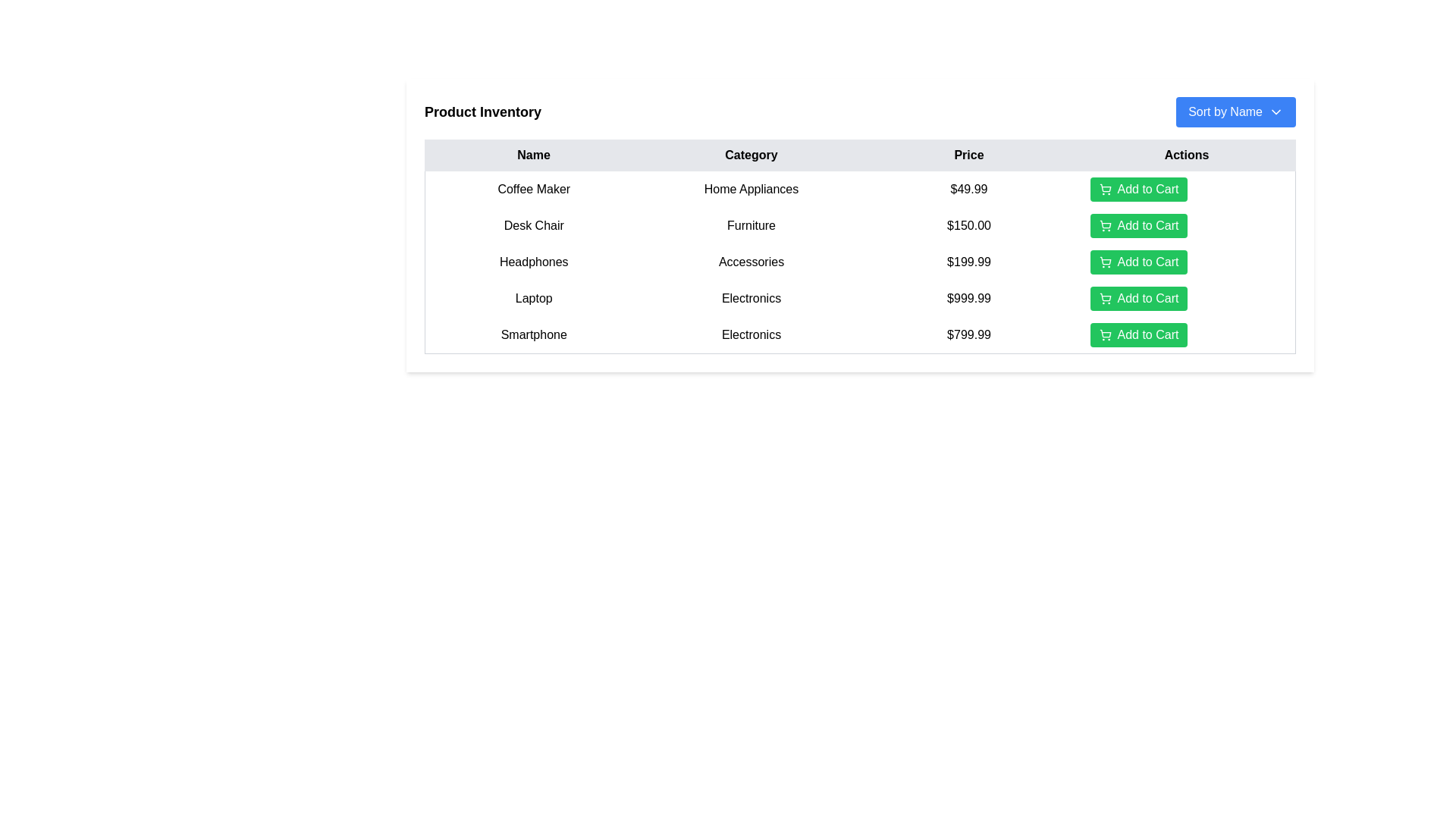  Describe the element at coordinates (968, 298) in the screenshot. I see `the price label displaying '$999.99' located in the 'Price' column of the table corresponding to the 'Laptop' row` at that location.